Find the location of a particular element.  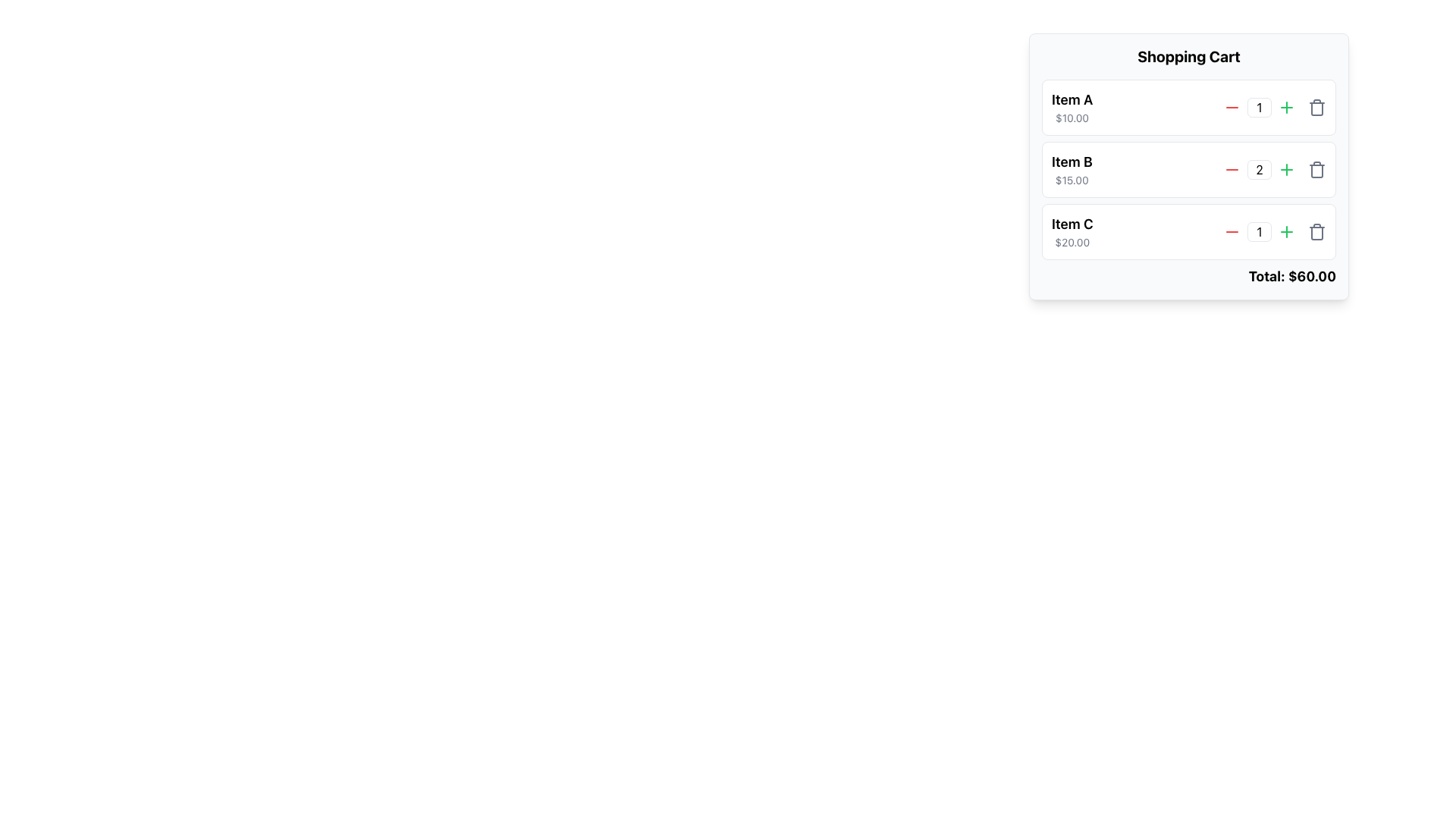

the static text label displaying the price '$10.00' located directly under the label 'Item A' in the shopping cart interface is located at coordinates (1072, 117).